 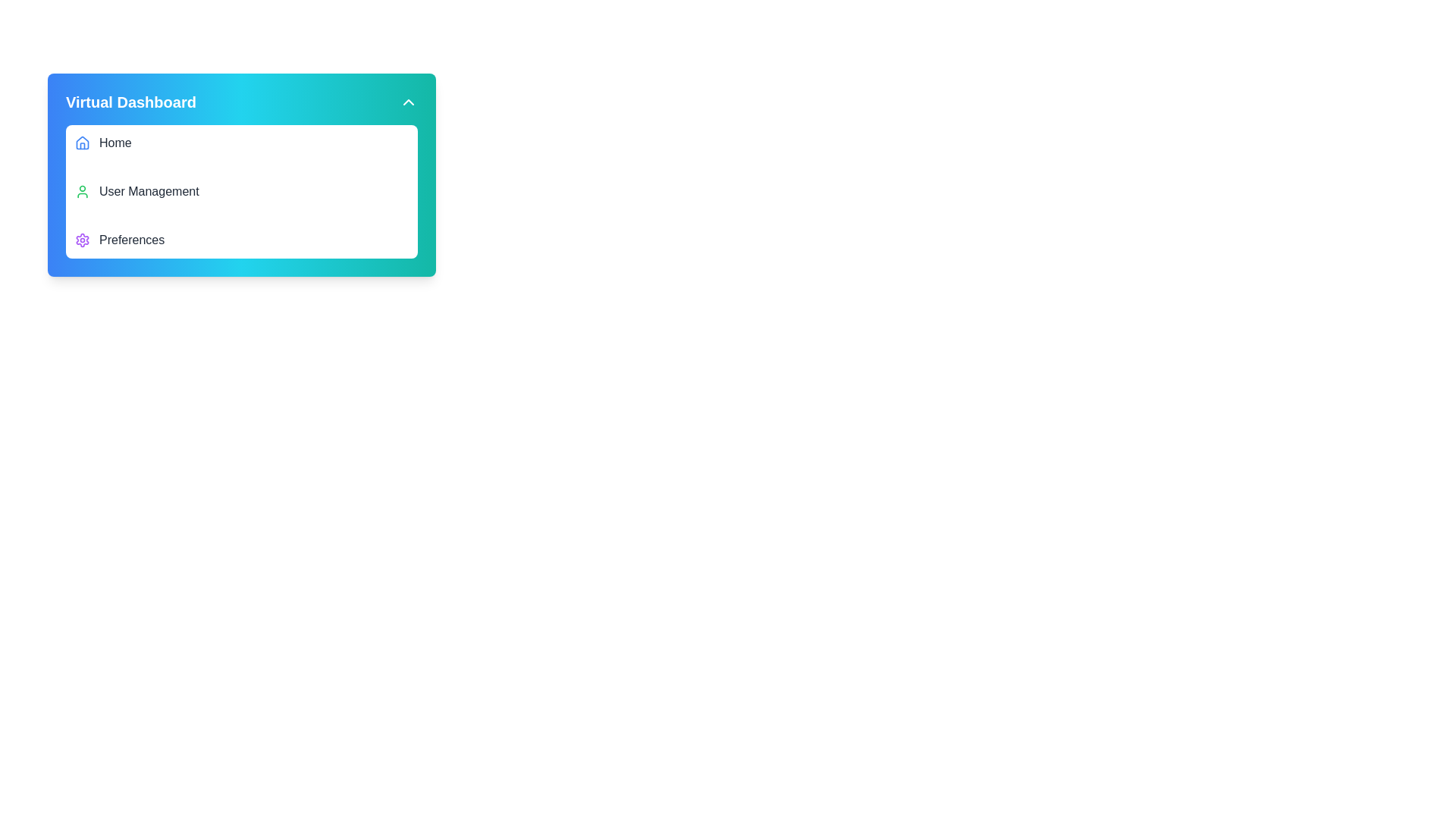 I want to click on the green user profile icon located next to the text 'User Management' in the 'Virtual Dashboard' menu, so click(x=82, y=191).